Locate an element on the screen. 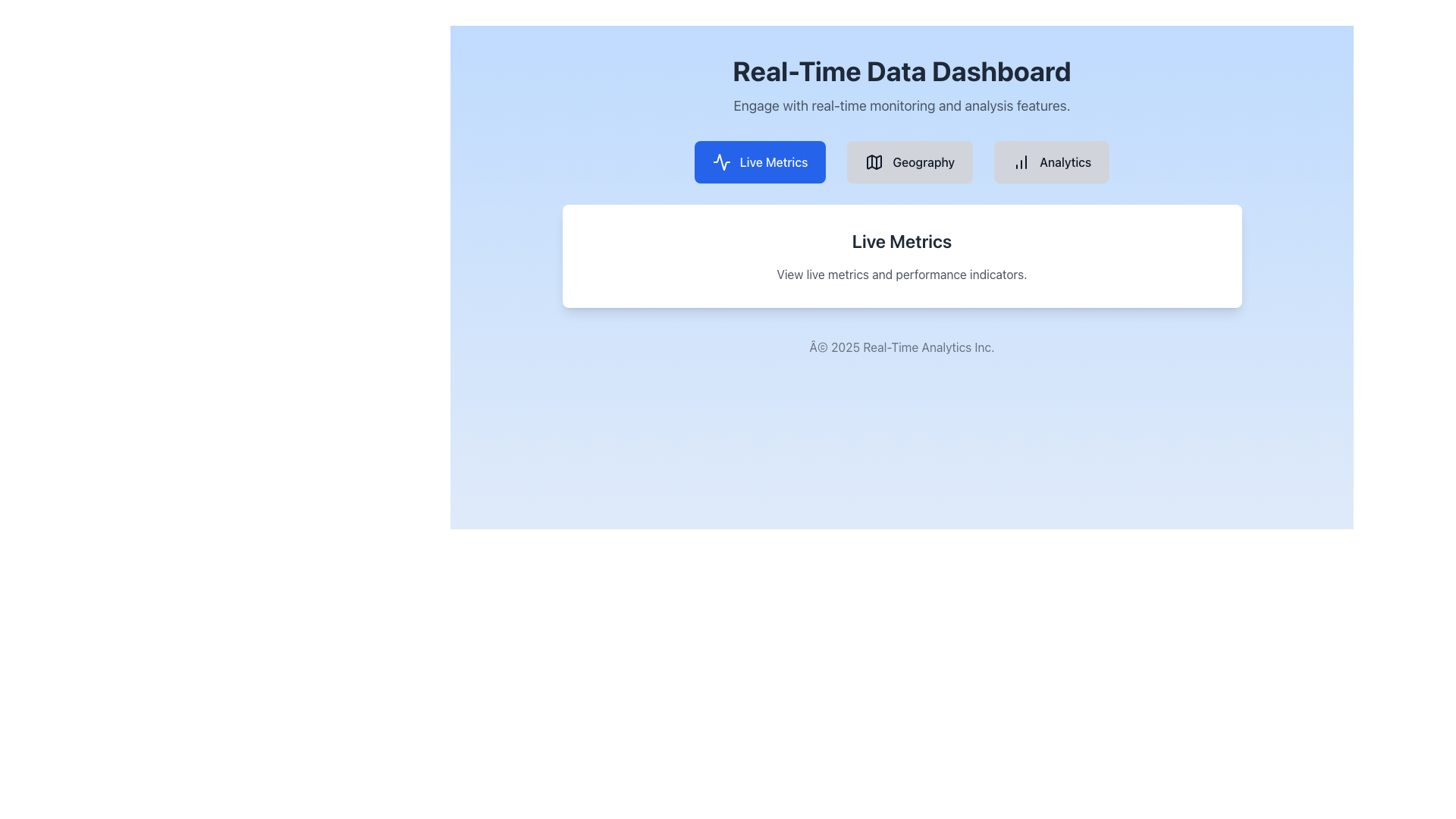  the 'Live Metrics' button, which is the first button in a row of three buttons below the 'Real-Time Data Dashboard' title, to apply a scaling animation is located at coordinates (760, 162).